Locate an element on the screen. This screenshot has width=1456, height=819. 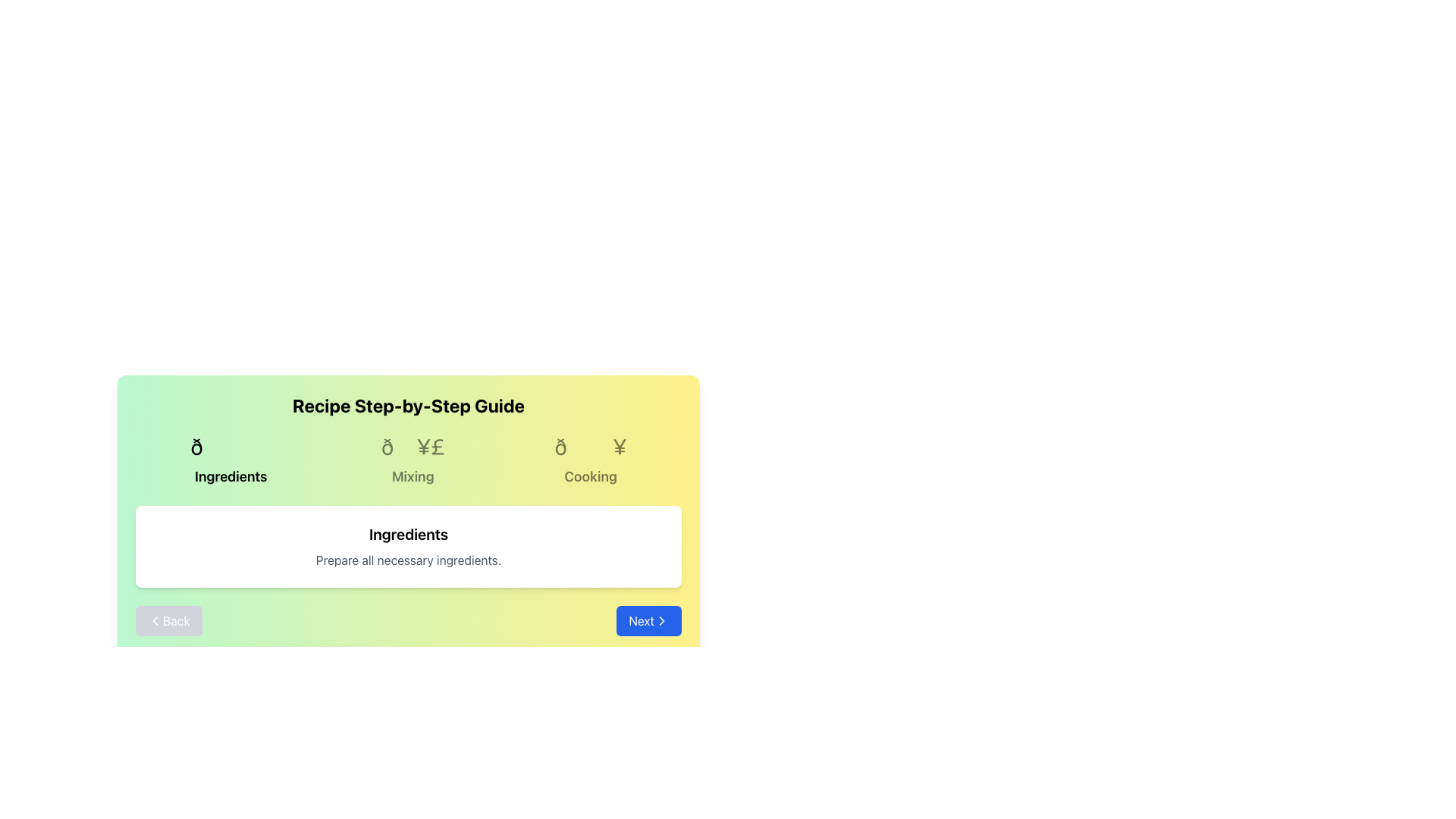
static text label at the center of the gradient background card, which serves as the title or heading for the recipe content is located at coordinates (408, 405).